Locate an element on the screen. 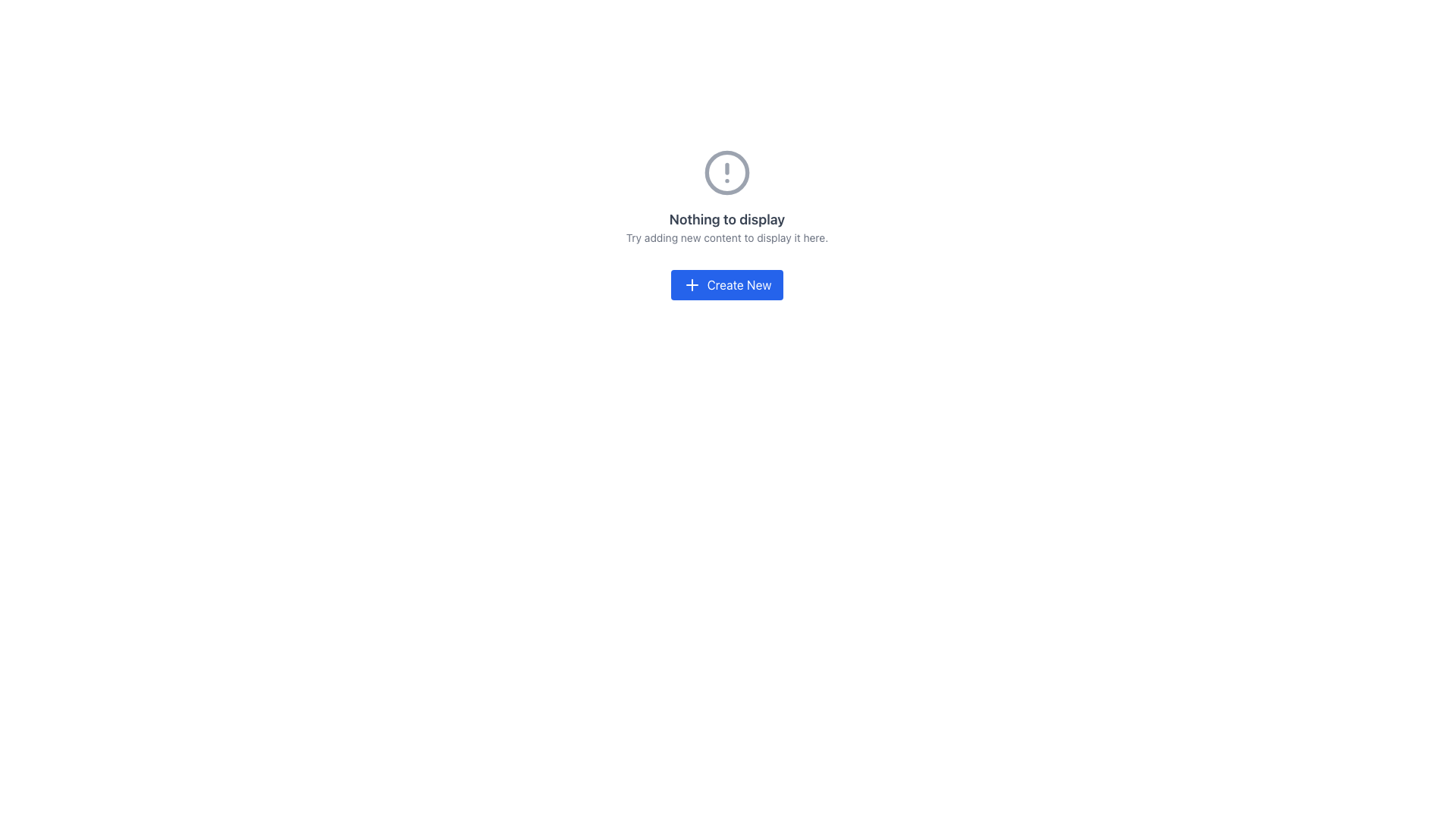 This screenshot has width=1456, height=819. the notification icon indicating the absence of content, which is located above the text 'Nothing is located at coordinates (726, 171).